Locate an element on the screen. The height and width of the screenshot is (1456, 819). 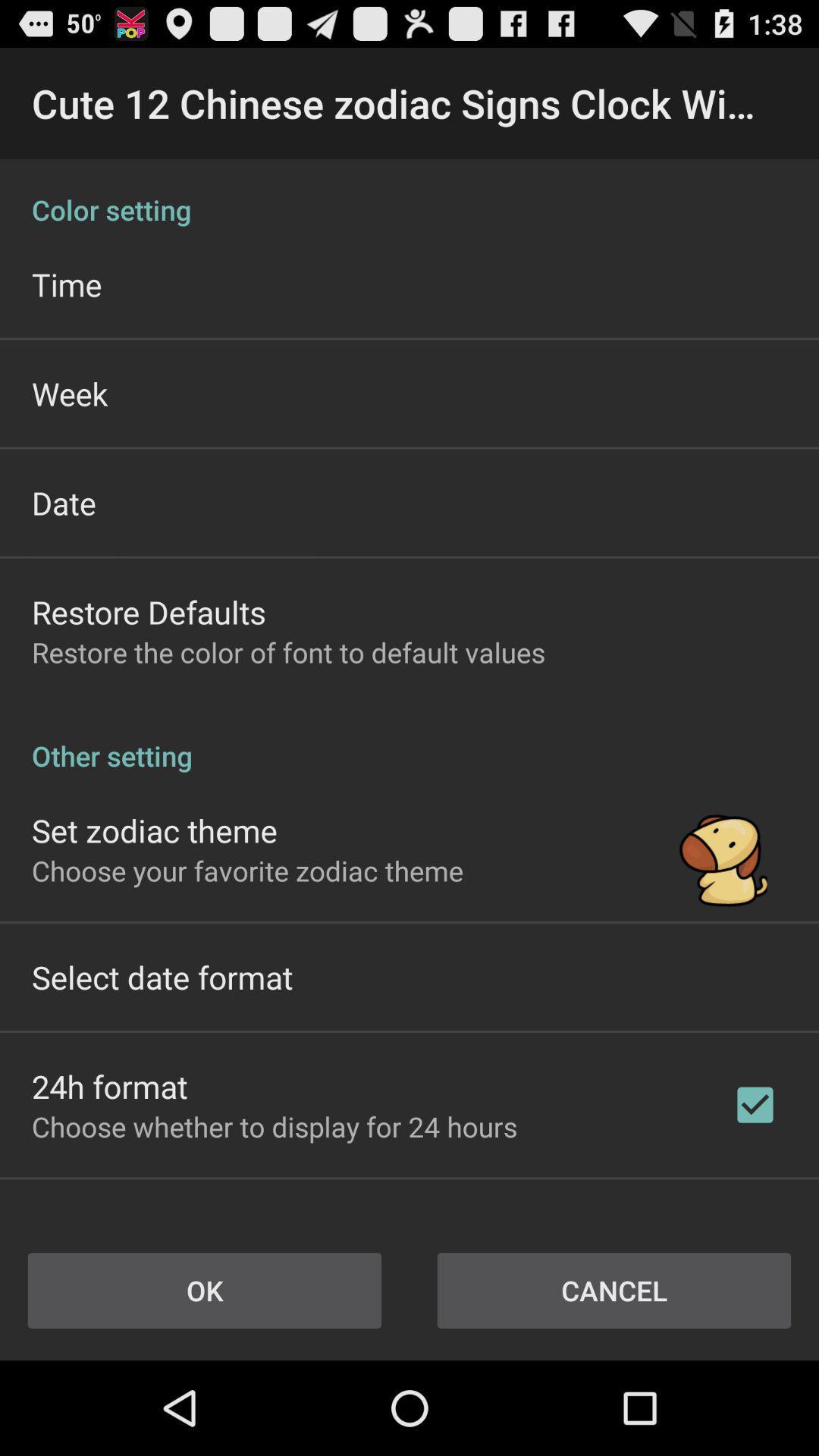
button to the left of cancel item is located at coordinates (205, 1290).